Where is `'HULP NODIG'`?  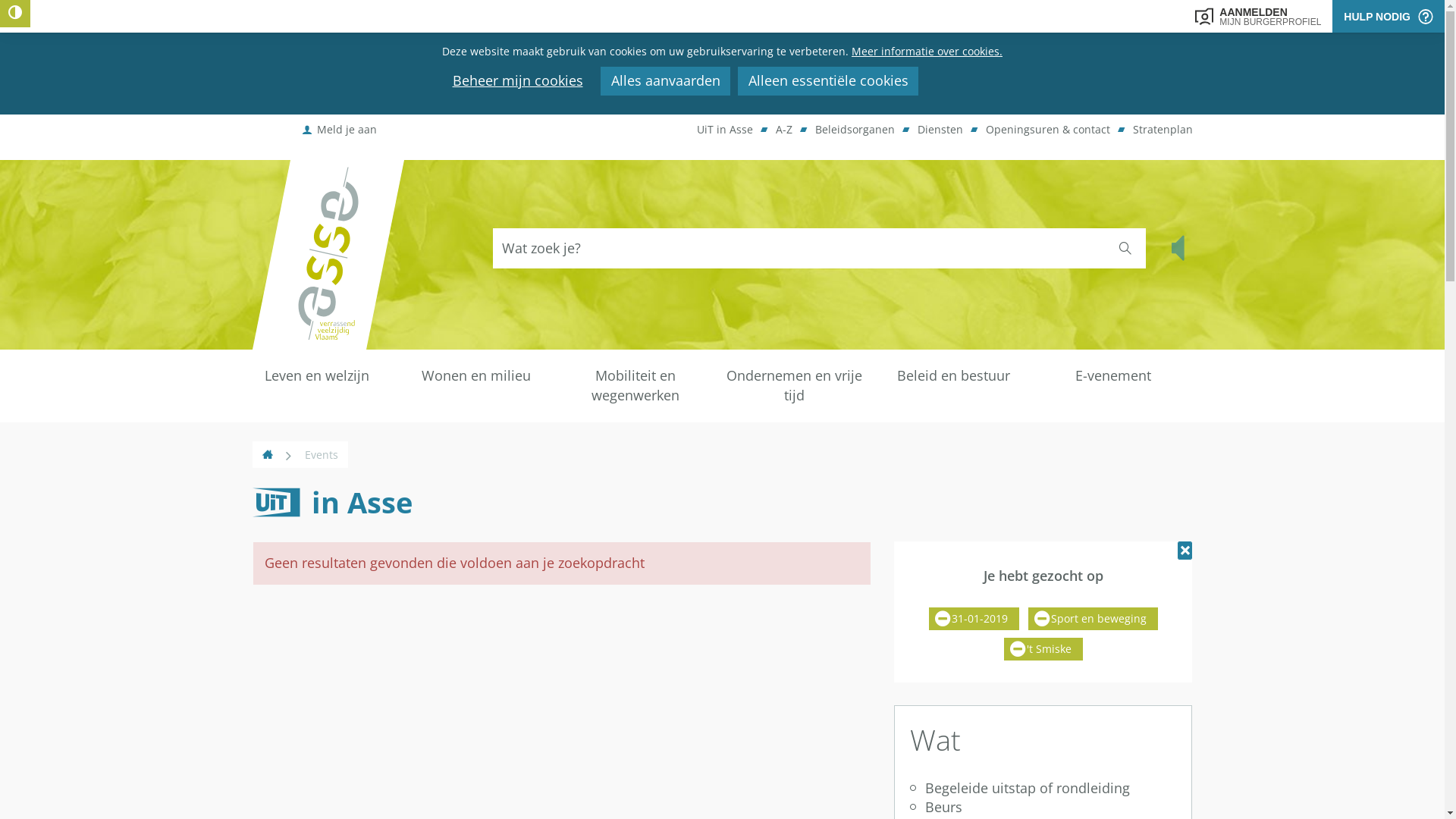 'HULP NODIG' is located at coordinates (1388, 16).